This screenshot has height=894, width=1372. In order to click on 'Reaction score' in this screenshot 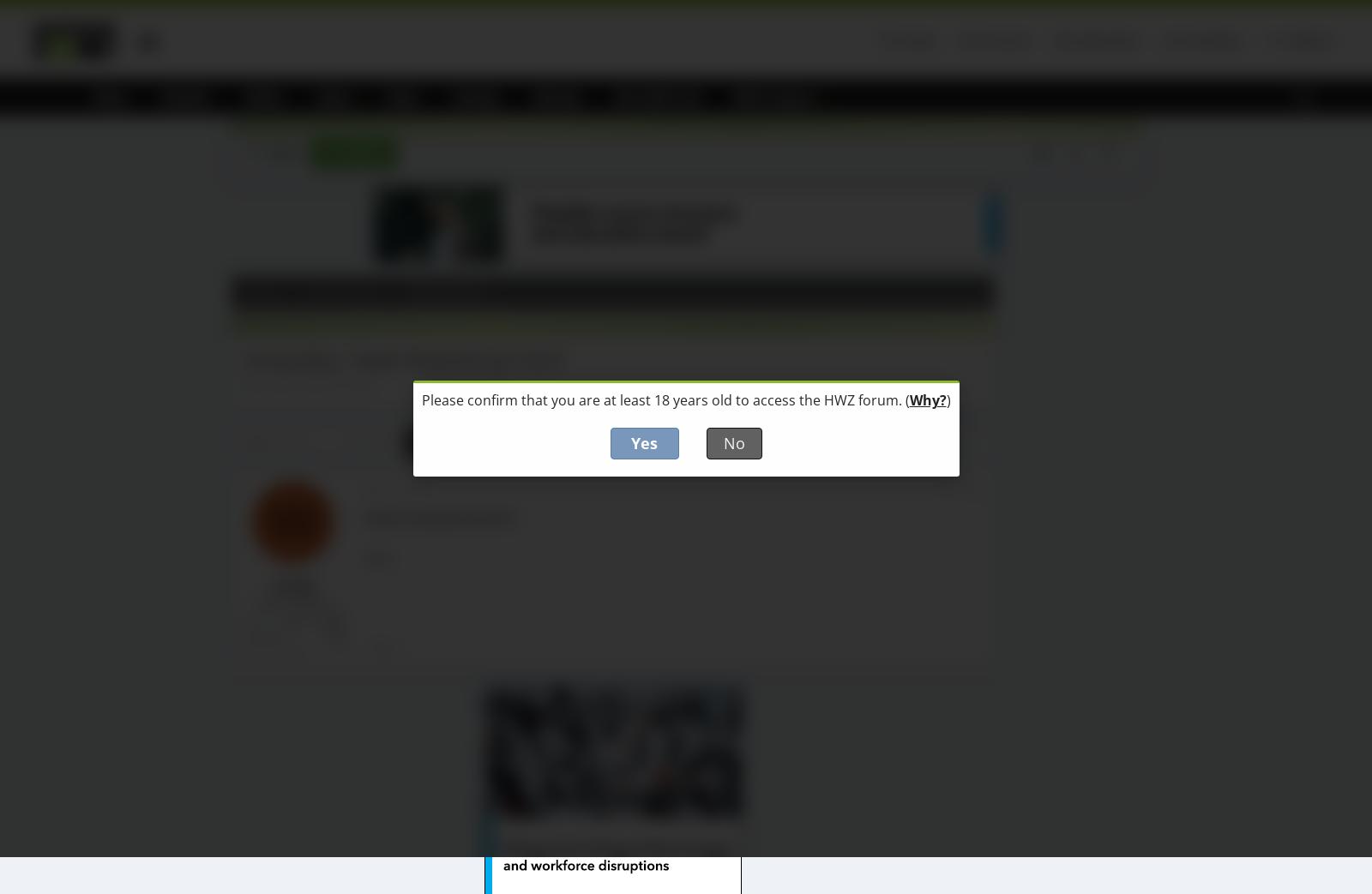, I will do `click(241, 649)`.